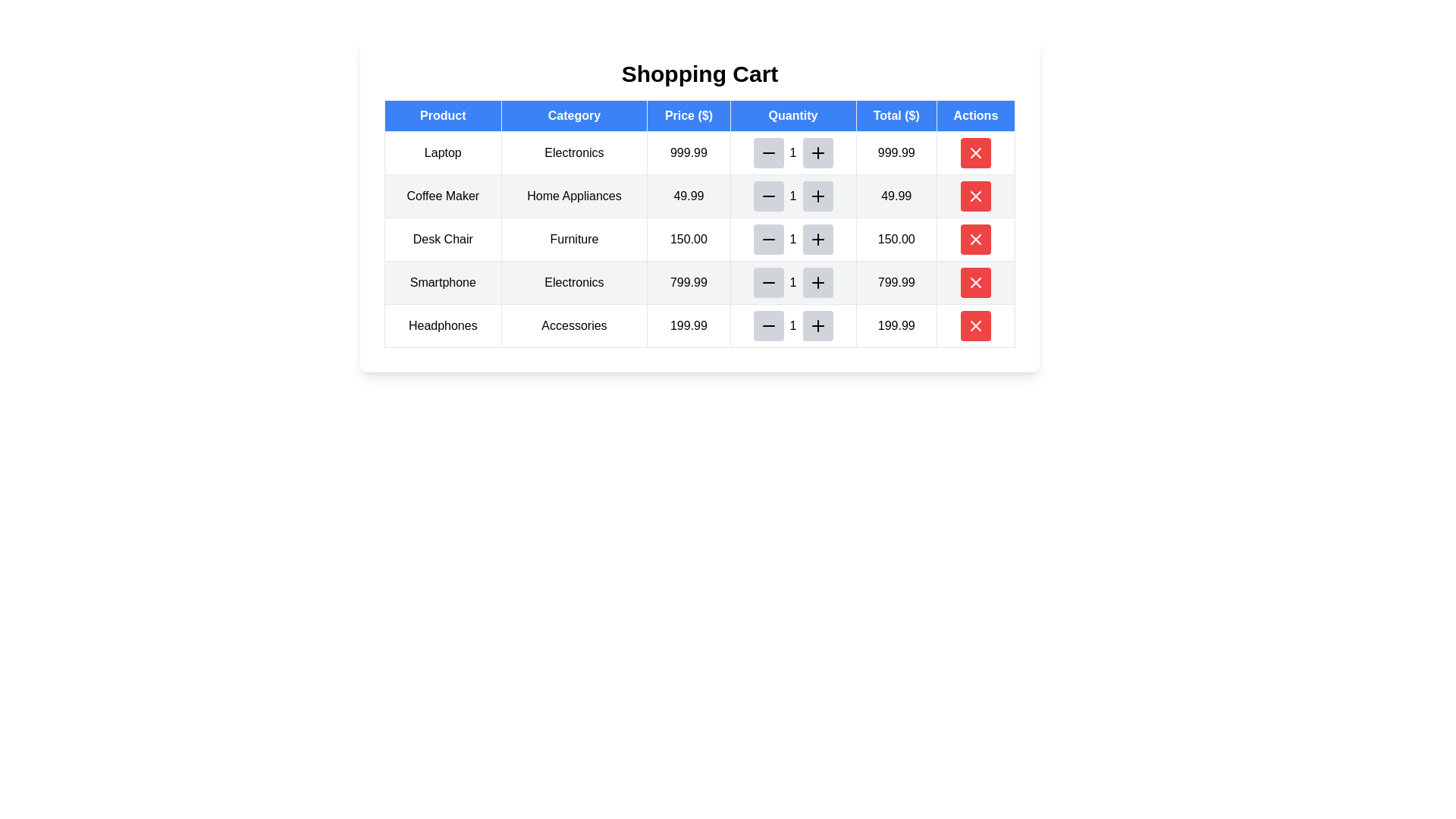  I want to click on the text label displaying 'Headphones' located in the first column of the last row of the table under the 'Product' header, so click(442, 325).